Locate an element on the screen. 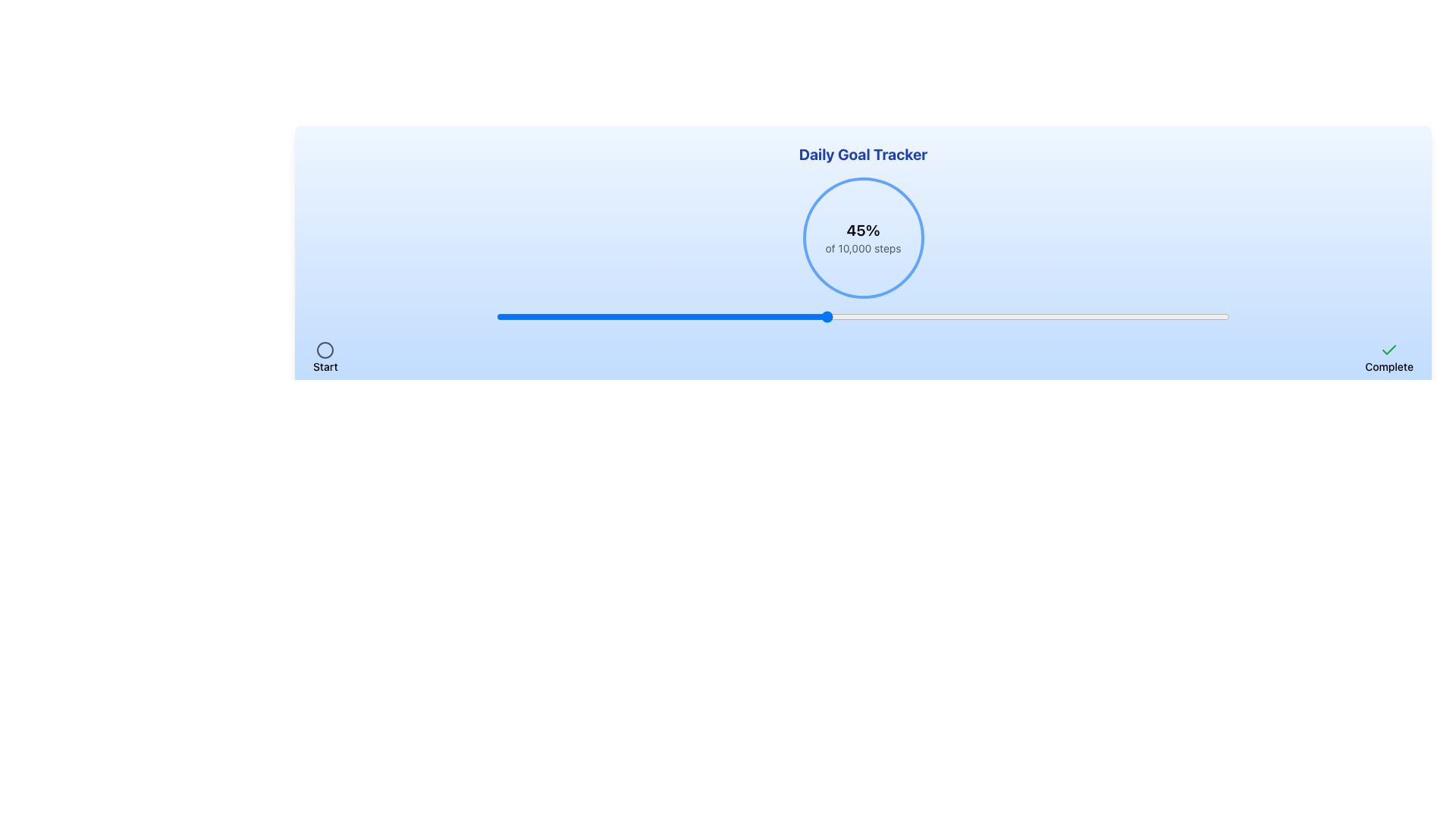  the informational text label that displays the current progress percentage towards a goal, which is centrally located within a circular graphical indicator is located at coordinates (863, 231).